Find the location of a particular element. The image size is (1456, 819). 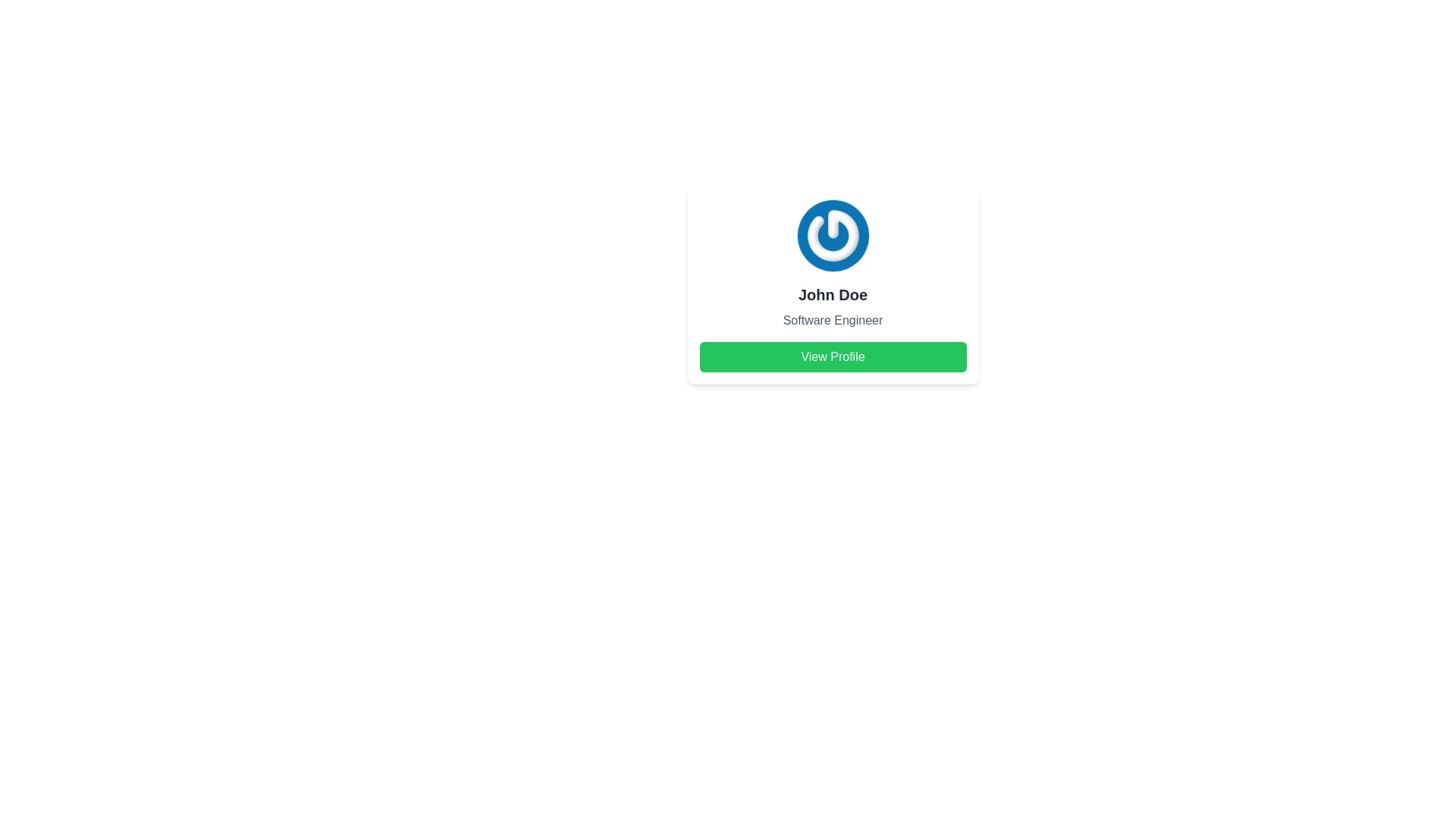

the user profile image located at the top center of the profile card, which serves as a visual identifier for the user is located at coordinates (832, 236).